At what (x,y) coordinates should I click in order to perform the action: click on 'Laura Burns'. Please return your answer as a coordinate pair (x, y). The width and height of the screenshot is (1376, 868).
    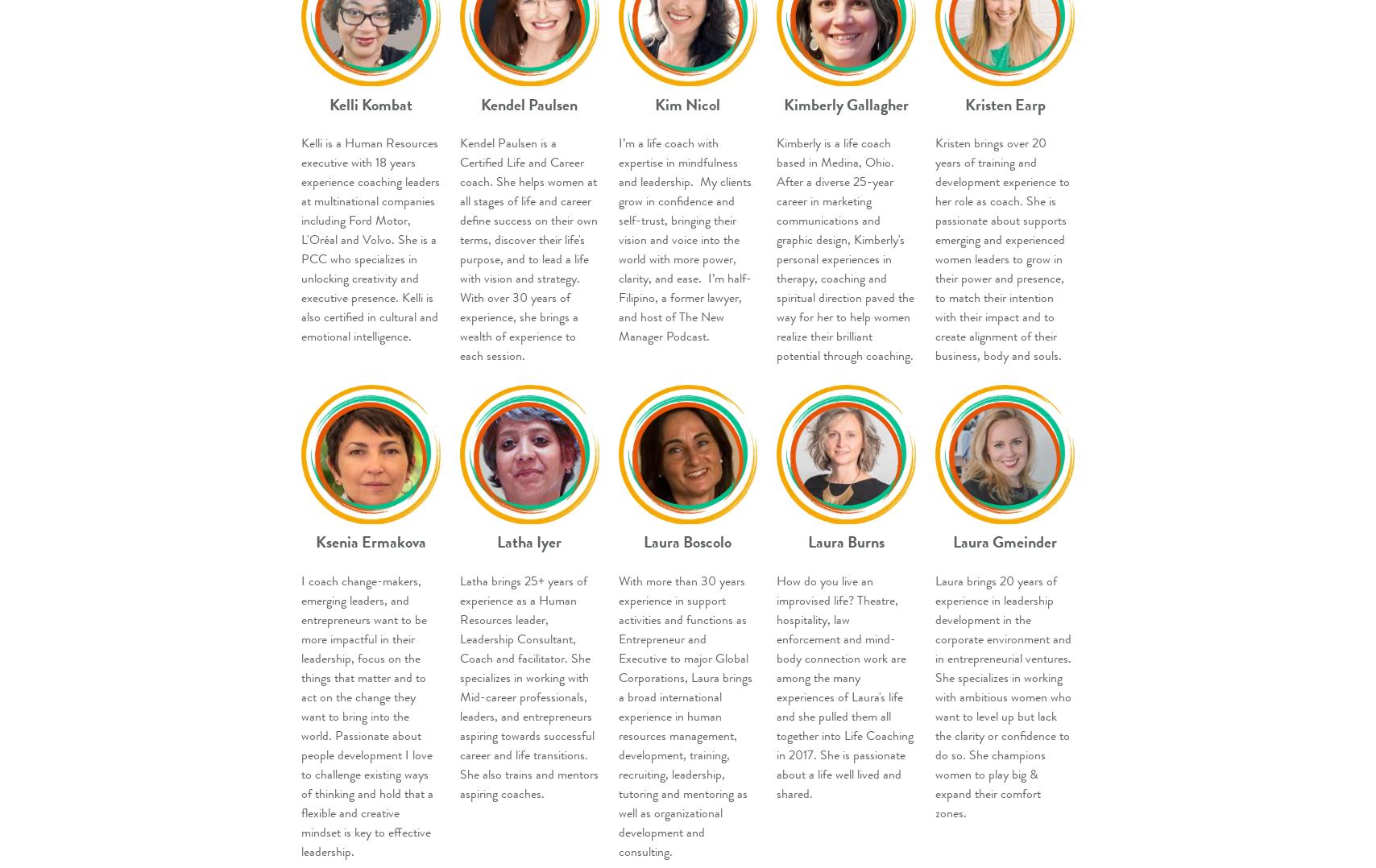
    Looking at the image, I should click on (846, 542).